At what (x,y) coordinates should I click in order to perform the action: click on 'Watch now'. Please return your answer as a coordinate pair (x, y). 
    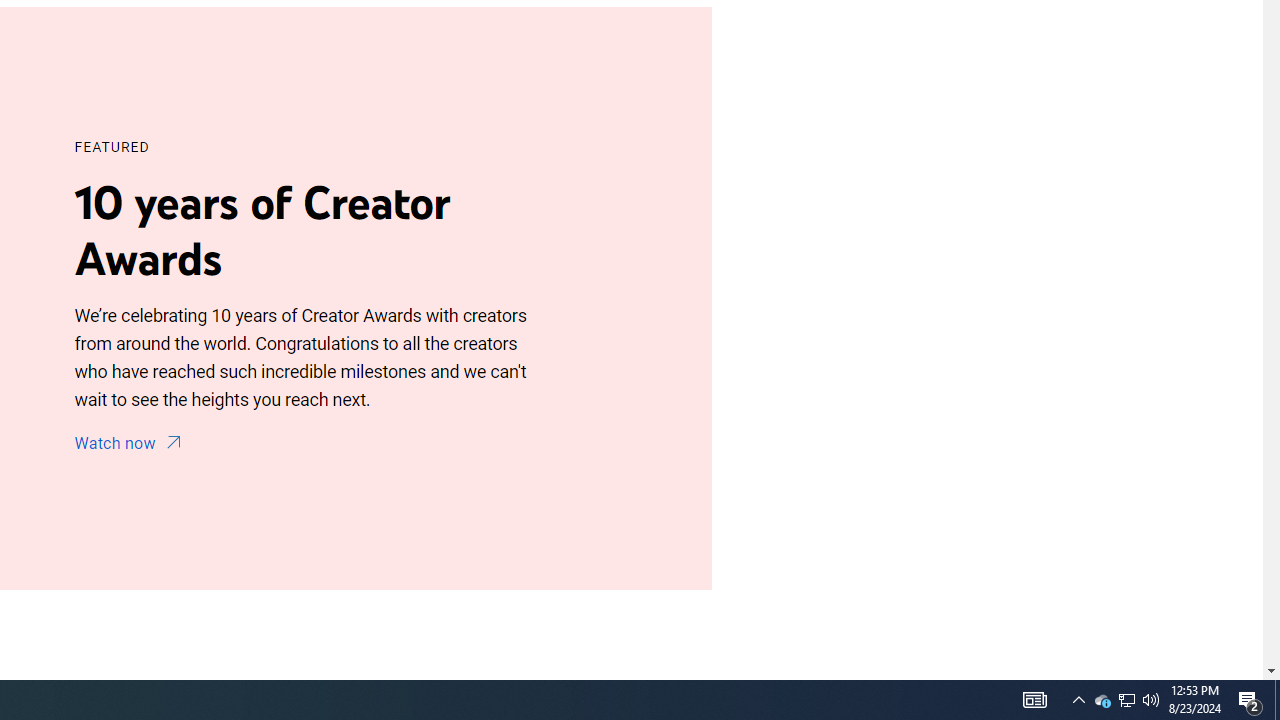
    Looking at the image, I should click on (130, 444).